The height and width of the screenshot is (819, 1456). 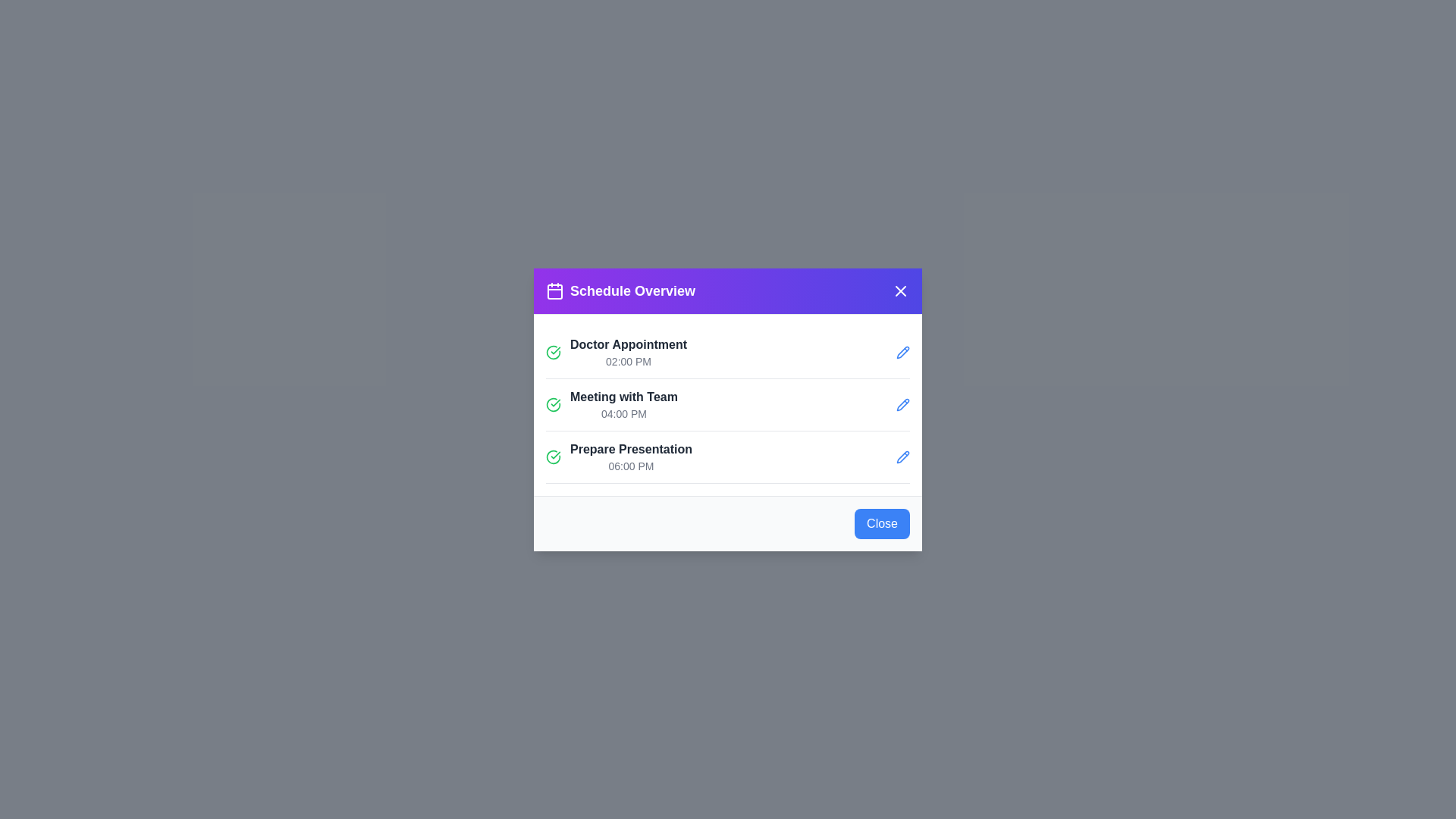 What do you see at coordinates (629, 361) in the screenshot?
I see `the text element displaying '02:00 PM', which is styled in a smaller, gray-colored font and located beneath the 'Doctor Appointment' label in the 'Schedule Overview' modal dialog box` at bounding box center [629, 361].